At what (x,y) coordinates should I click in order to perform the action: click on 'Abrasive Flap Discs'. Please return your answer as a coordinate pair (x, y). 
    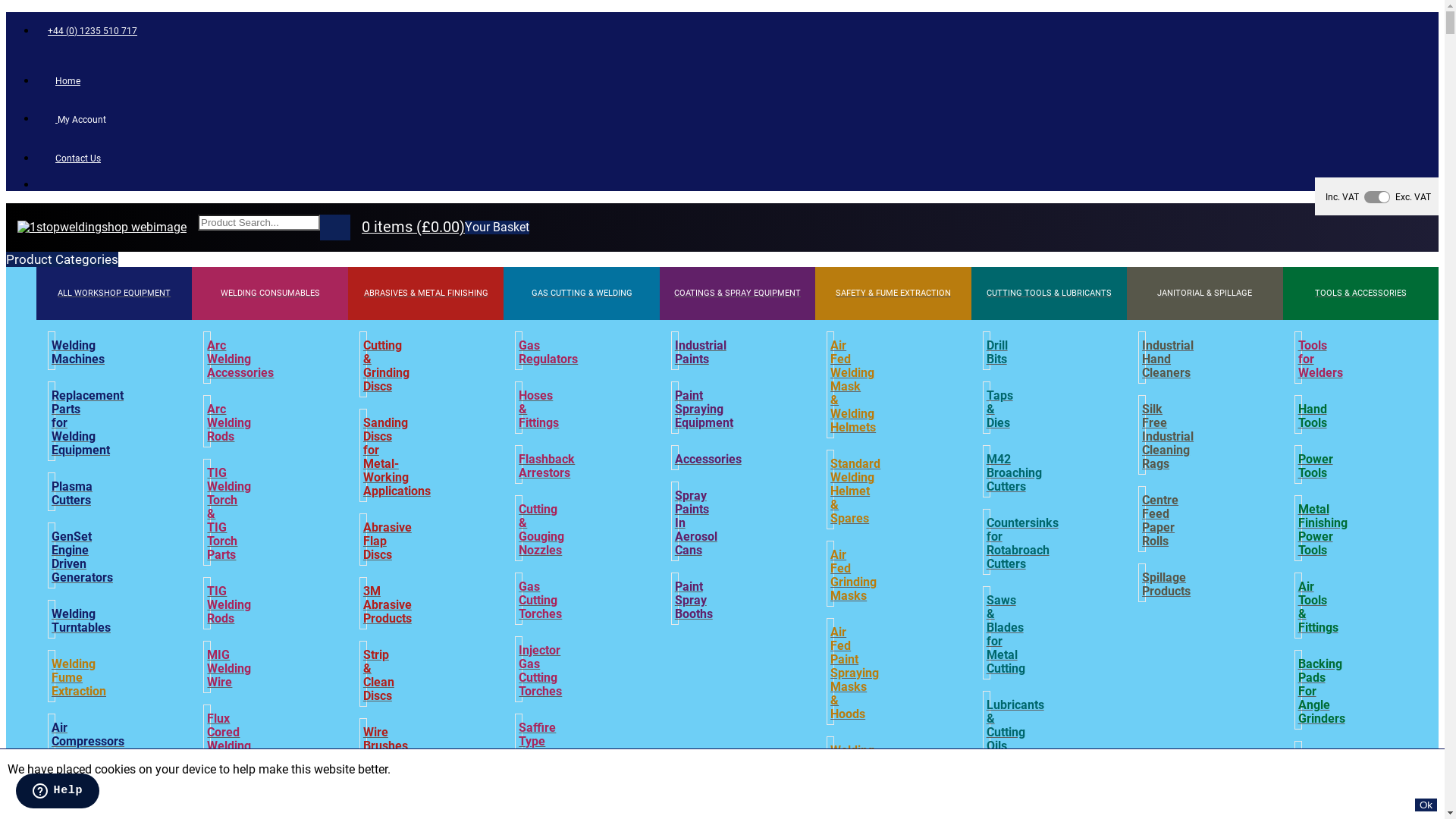
    Looking at the image, I should click on (387, 540).